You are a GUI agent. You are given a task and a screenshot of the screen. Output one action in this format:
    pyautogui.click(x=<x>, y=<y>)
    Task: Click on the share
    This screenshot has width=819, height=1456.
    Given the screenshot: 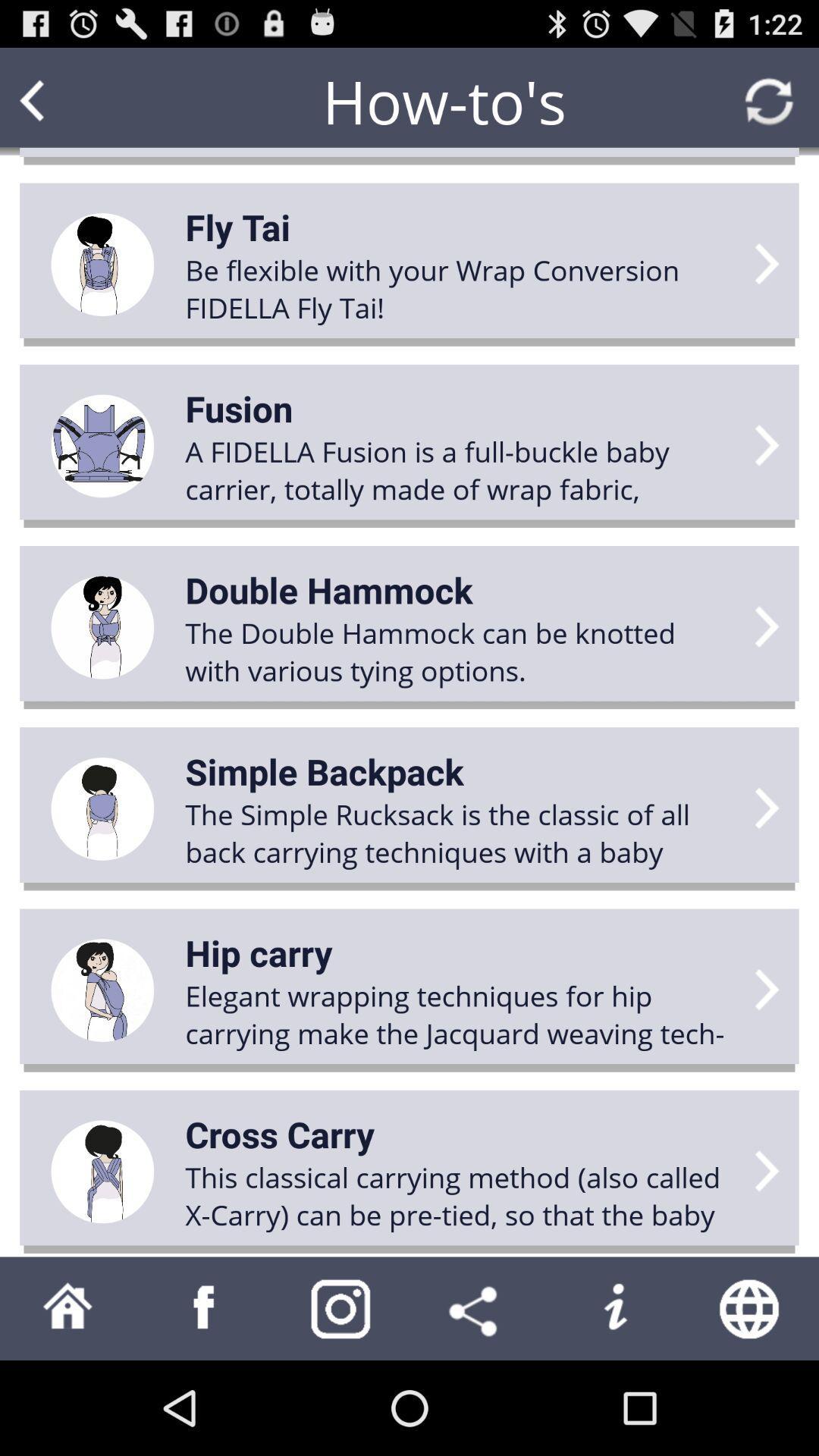 What is the action you would take?
    pyautogui.click(x=476, y=1307)
    